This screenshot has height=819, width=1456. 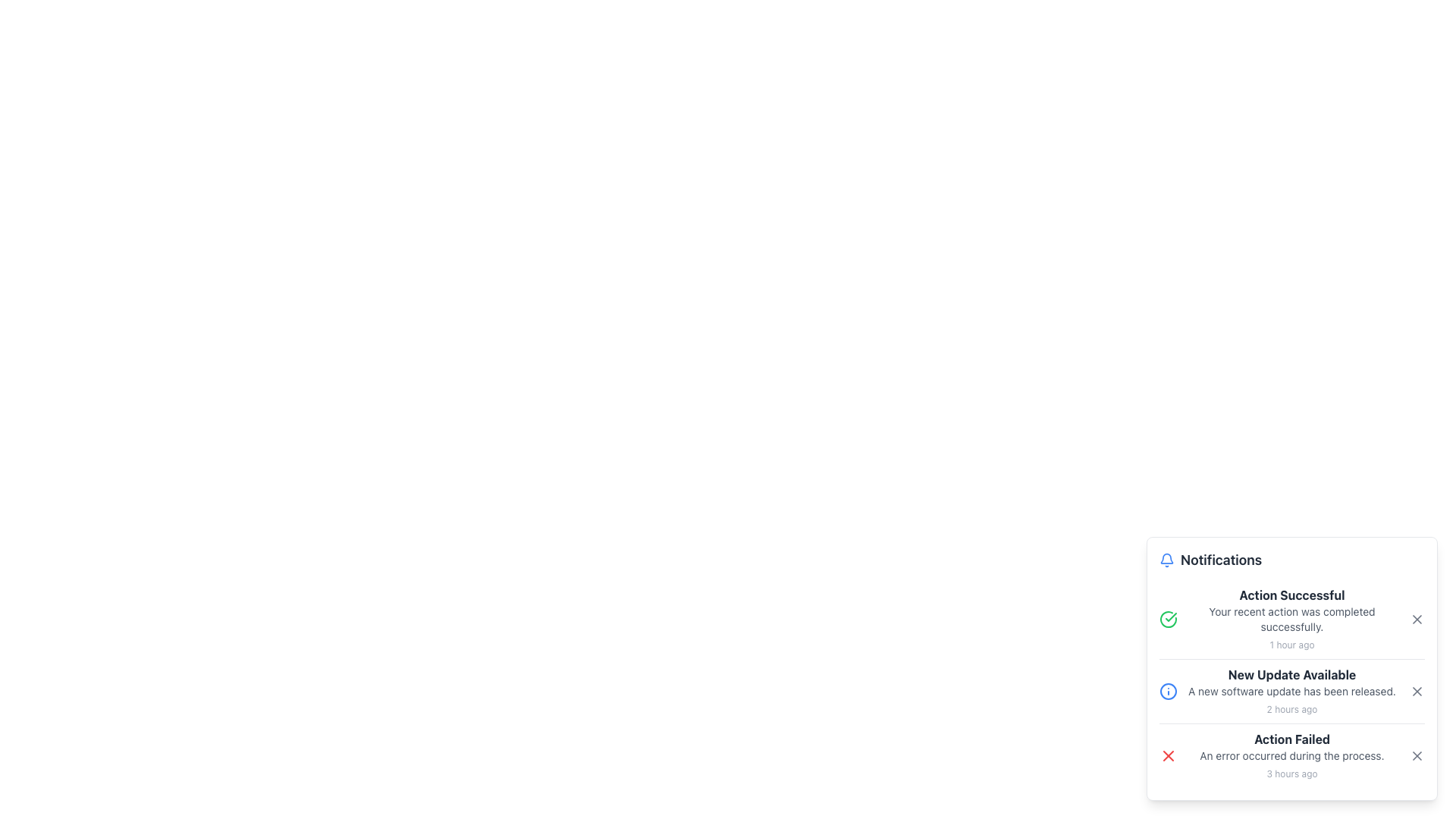 I want to click on the red 'X' icon indicating an error state, which is located immediately to the left of the text 'Action Failed' in the notification card, so click(x=1167, y=755).